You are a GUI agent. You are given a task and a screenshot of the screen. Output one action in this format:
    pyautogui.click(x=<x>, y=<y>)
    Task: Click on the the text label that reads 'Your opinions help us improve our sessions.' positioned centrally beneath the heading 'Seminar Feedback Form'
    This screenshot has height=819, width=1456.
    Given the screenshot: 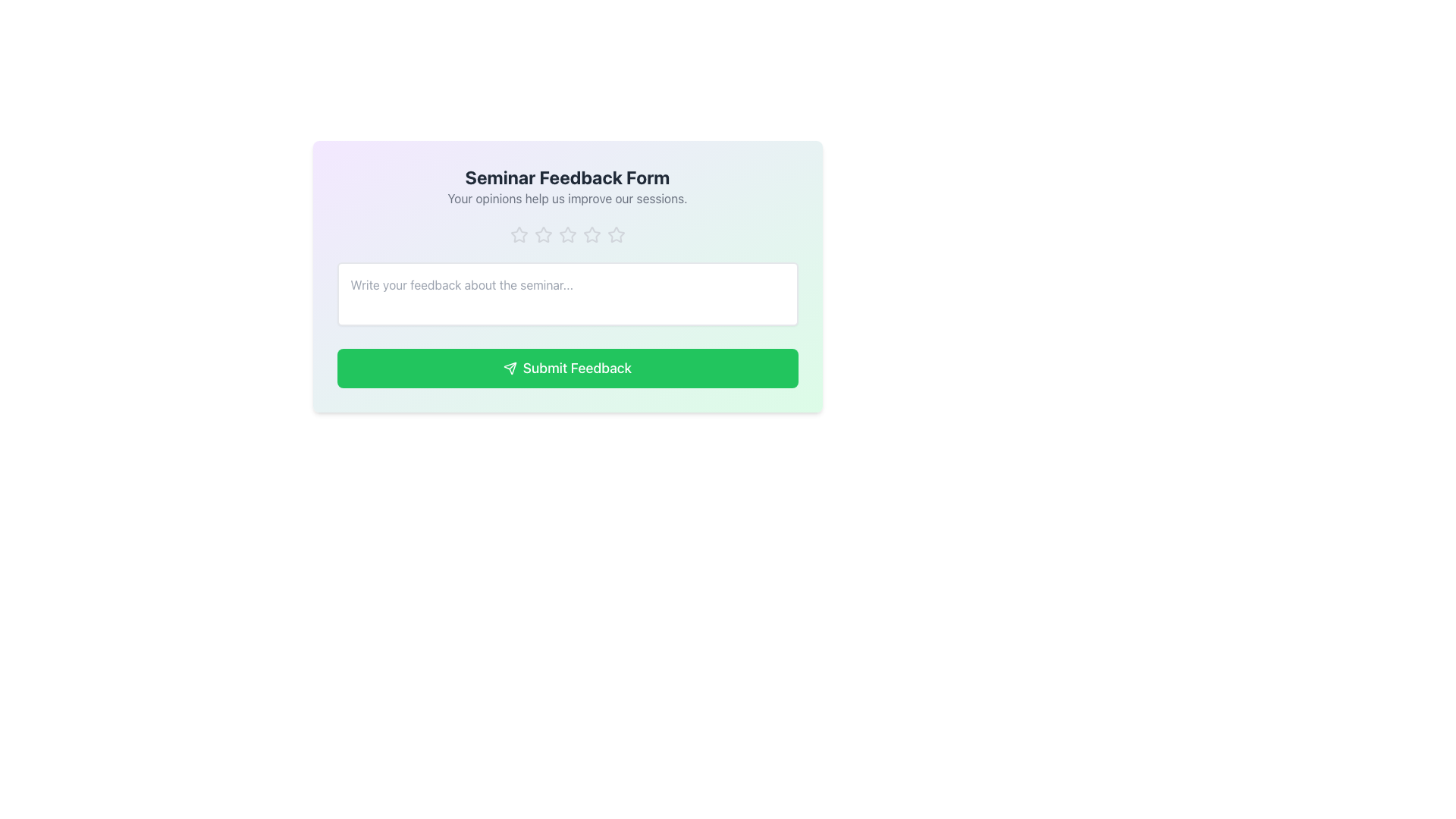 What is the action you would take?
    pyautogui.click(x=566, y=198)
    